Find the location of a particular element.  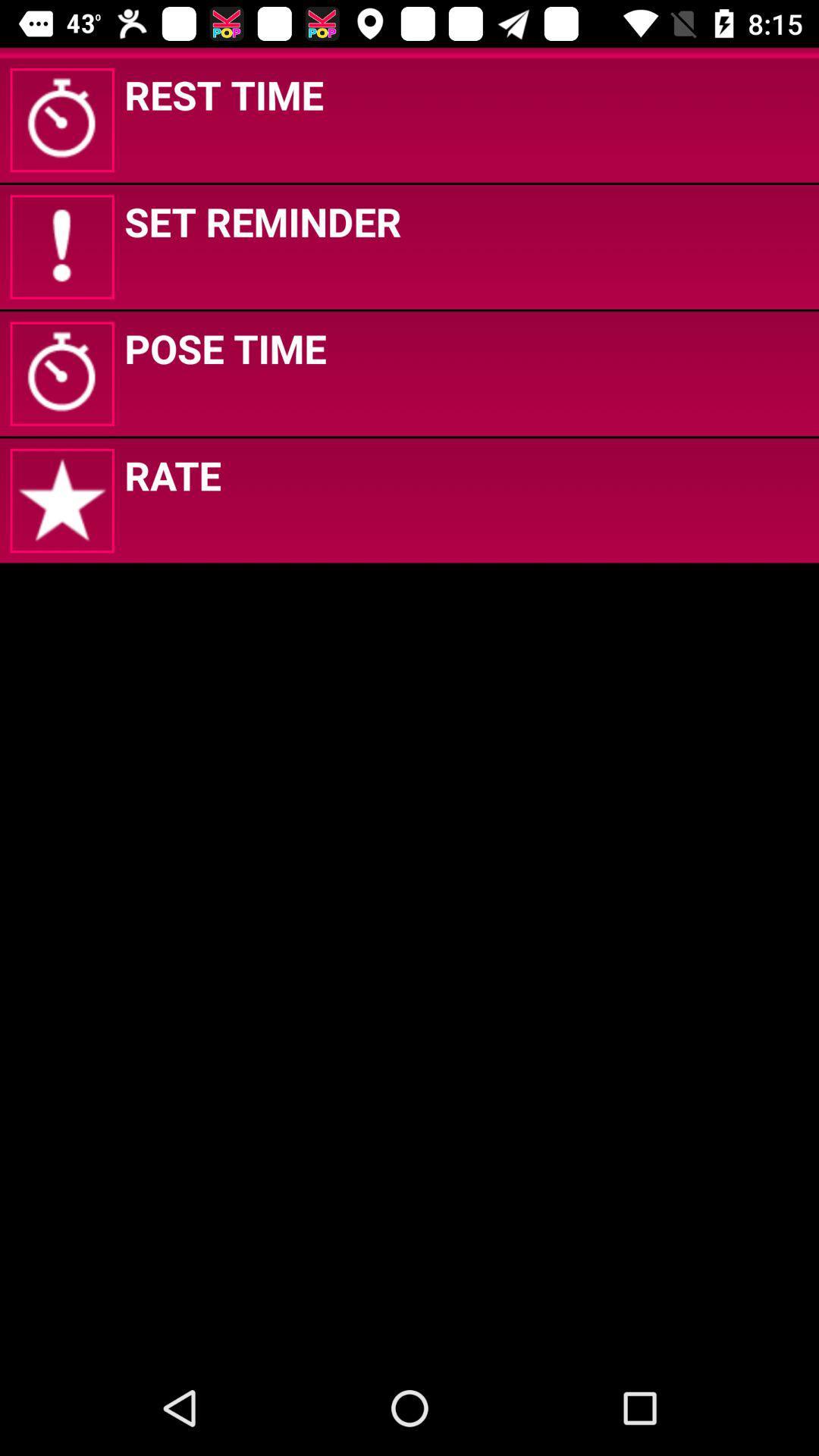

the rest time app is located at coordinates (224, 93).